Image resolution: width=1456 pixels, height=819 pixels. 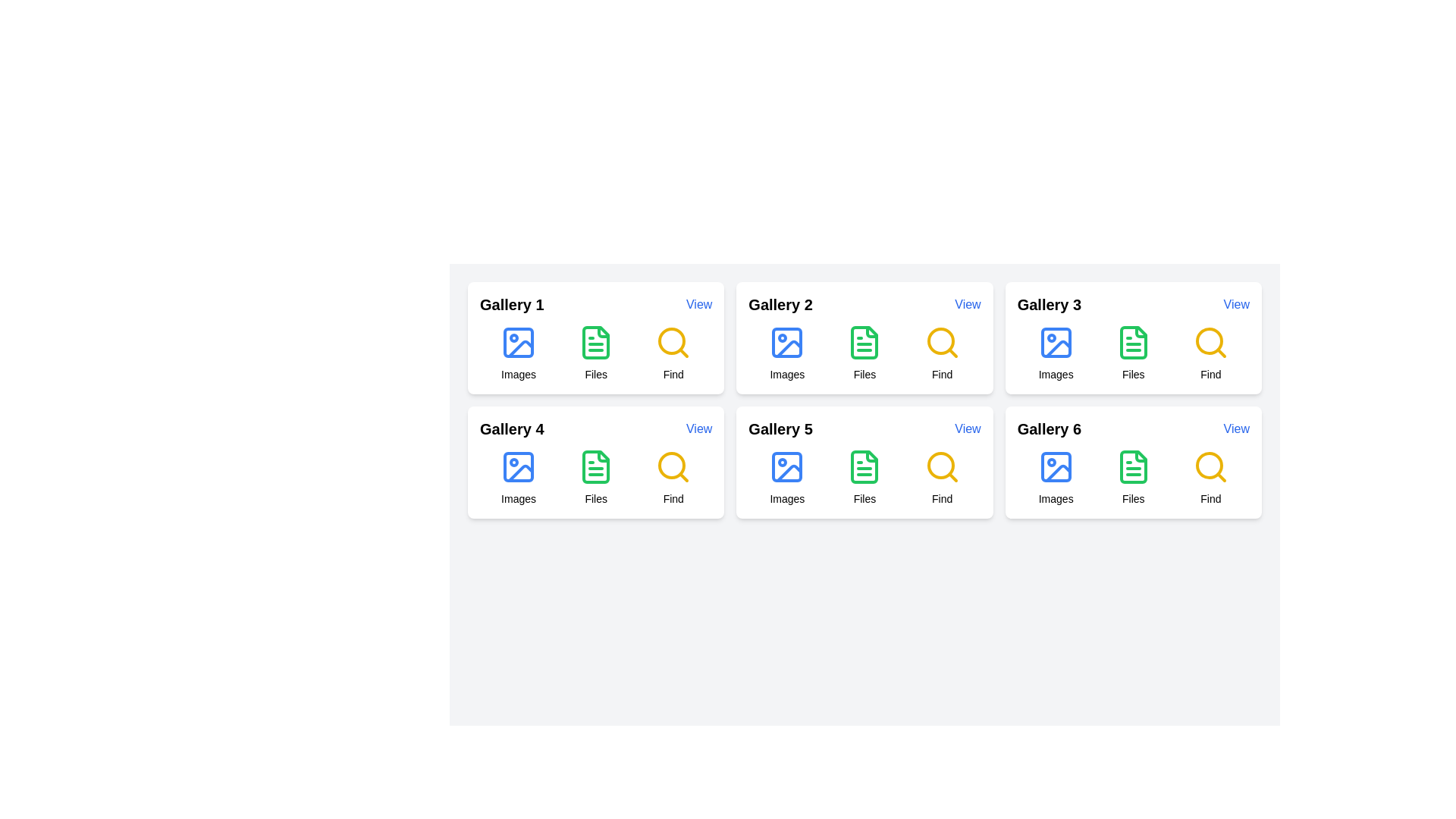 What do you see at coordinates (673, 374) in the screenshot?
I see `the 'Find' text label located at the bottom of the 'Gallery 2' section, below the yellow search icon, to interact with its associated functionality` at bounding box center [673, 374].